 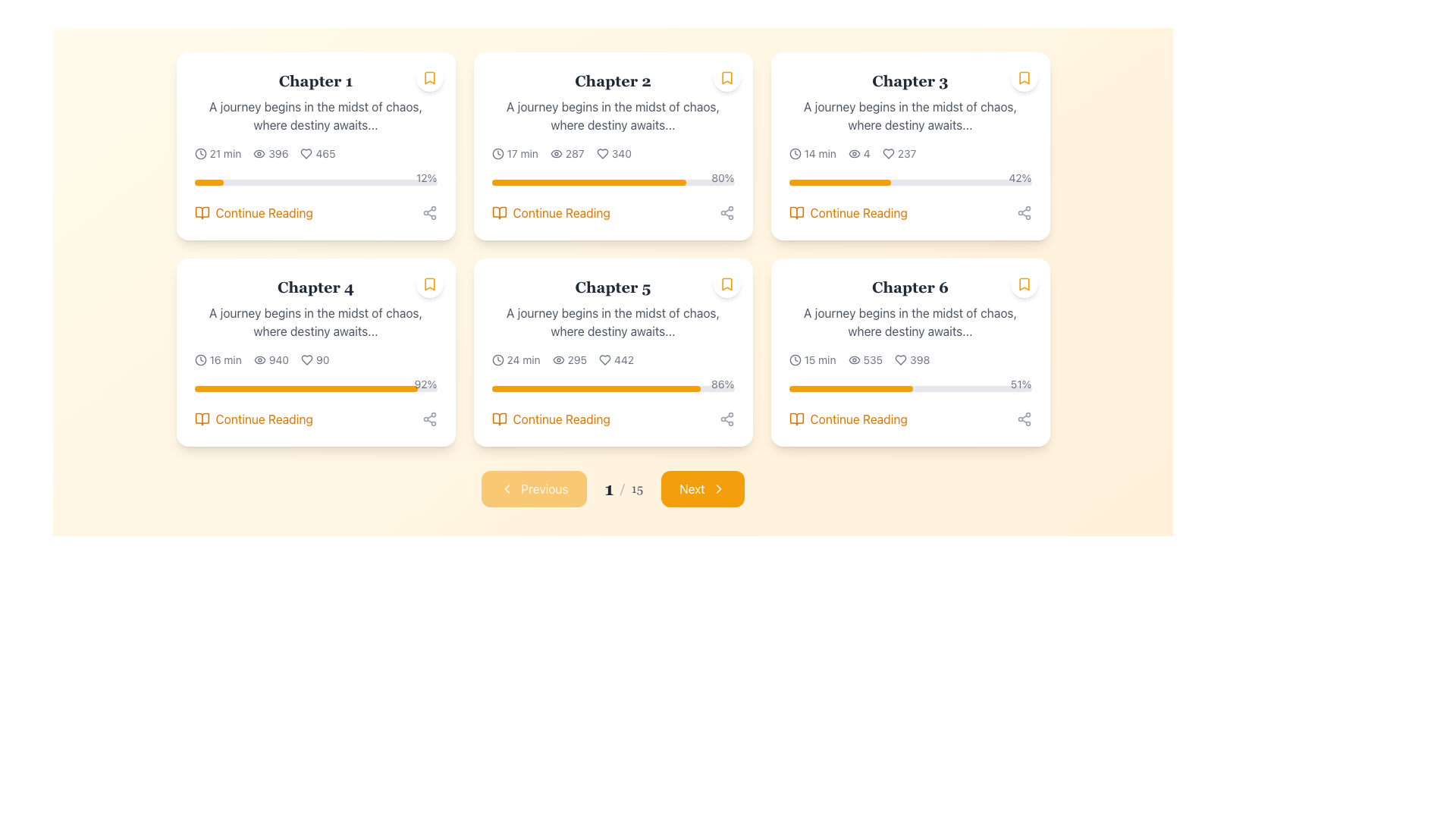 I want to click on the view count icon next to the '21 min' text and before the '465' likes number in the first card under 'Chapter 1', so click(x=271, y=154).